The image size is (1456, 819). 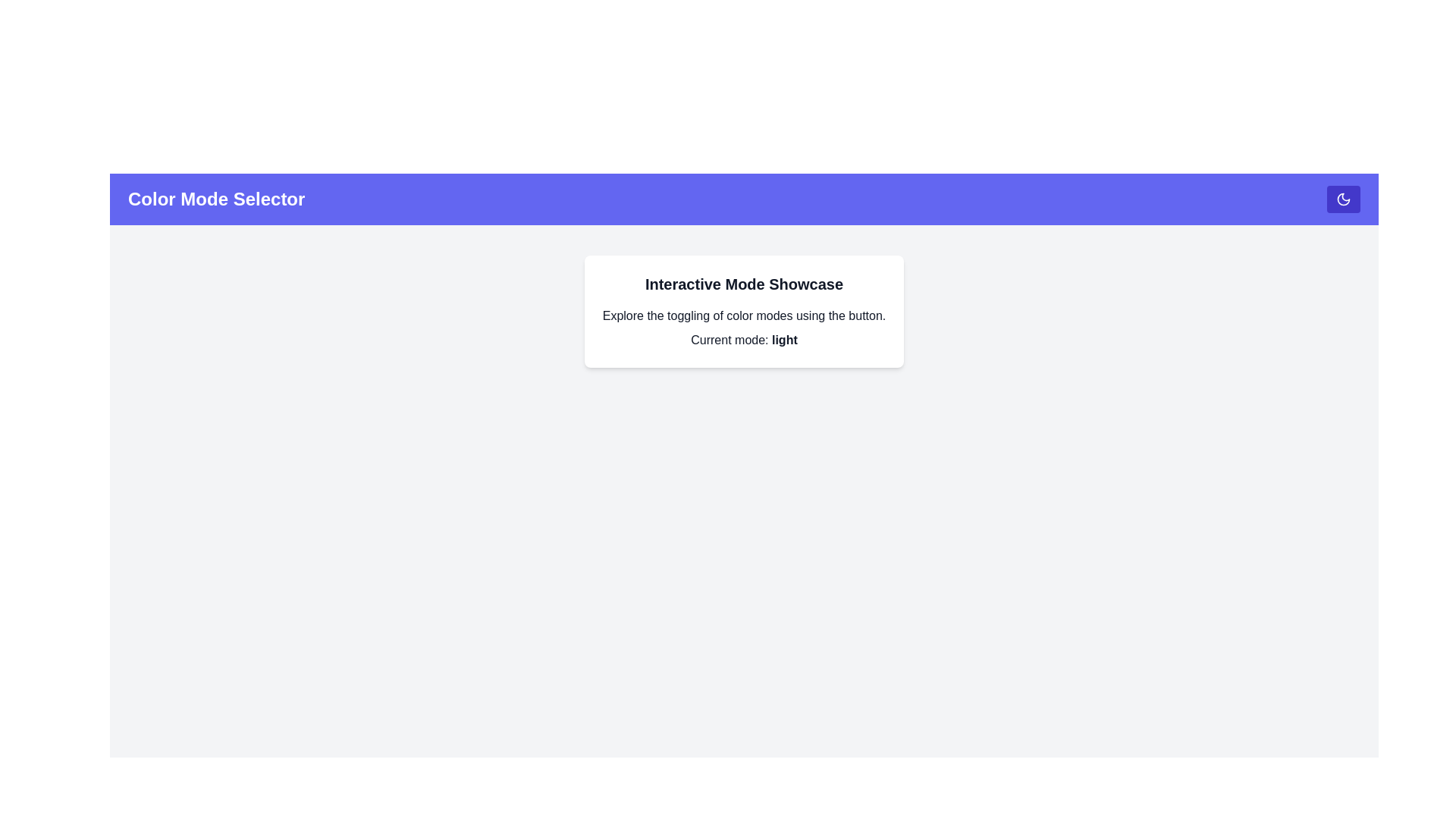 What do you see at coordinates (744, 315) in the screenshot?
I see `the text label displaying 'Explore the toggling of color modes using the button.' which is located in the white card titled 'Interactive Mode Showcase'` at bounding box center [744, 315].